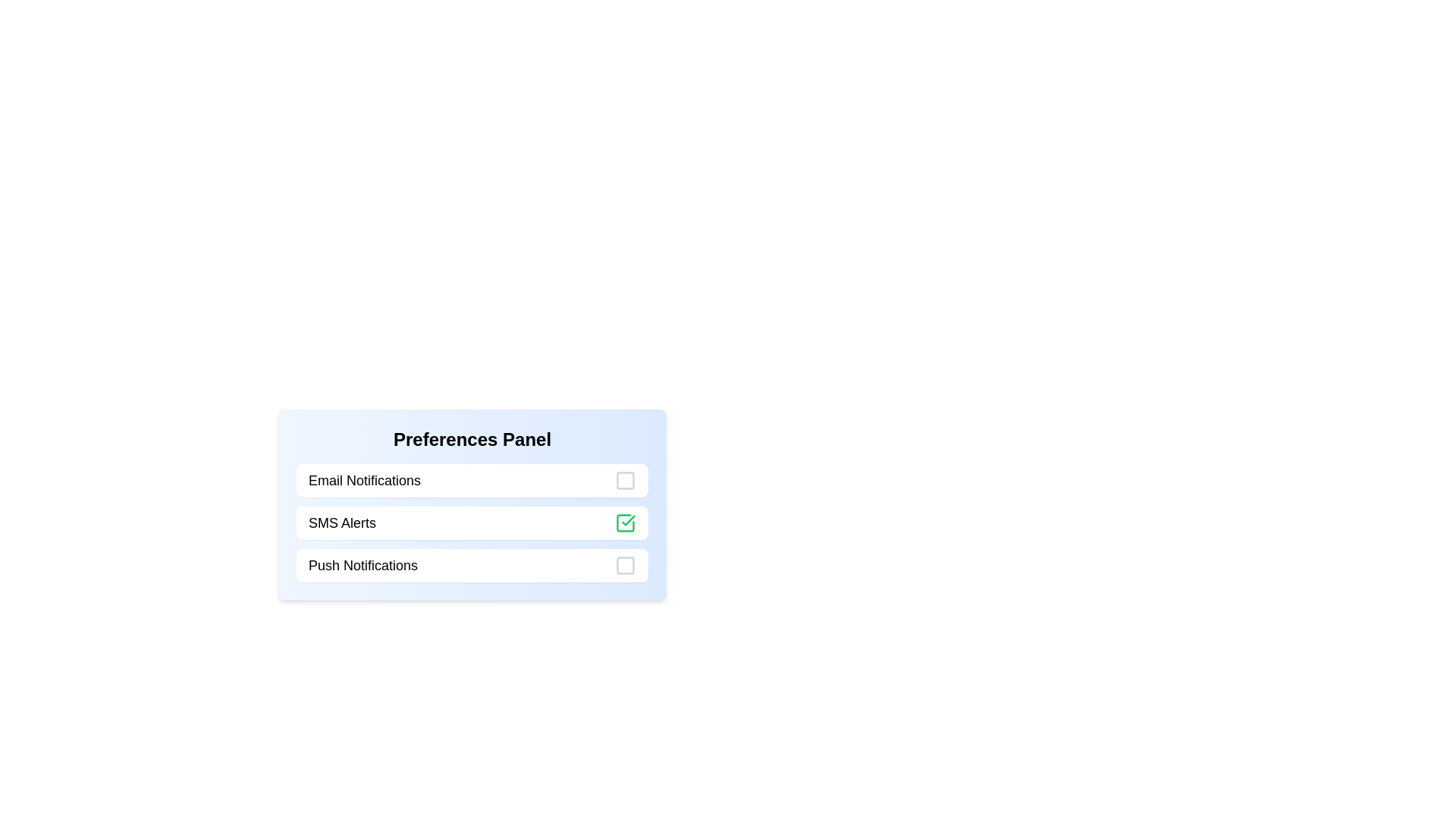 The image size is (1456, 819). I want to click on the checkbox next to the 'SMS Alerts' list item in the Preferences Panel, so click(472, 522).